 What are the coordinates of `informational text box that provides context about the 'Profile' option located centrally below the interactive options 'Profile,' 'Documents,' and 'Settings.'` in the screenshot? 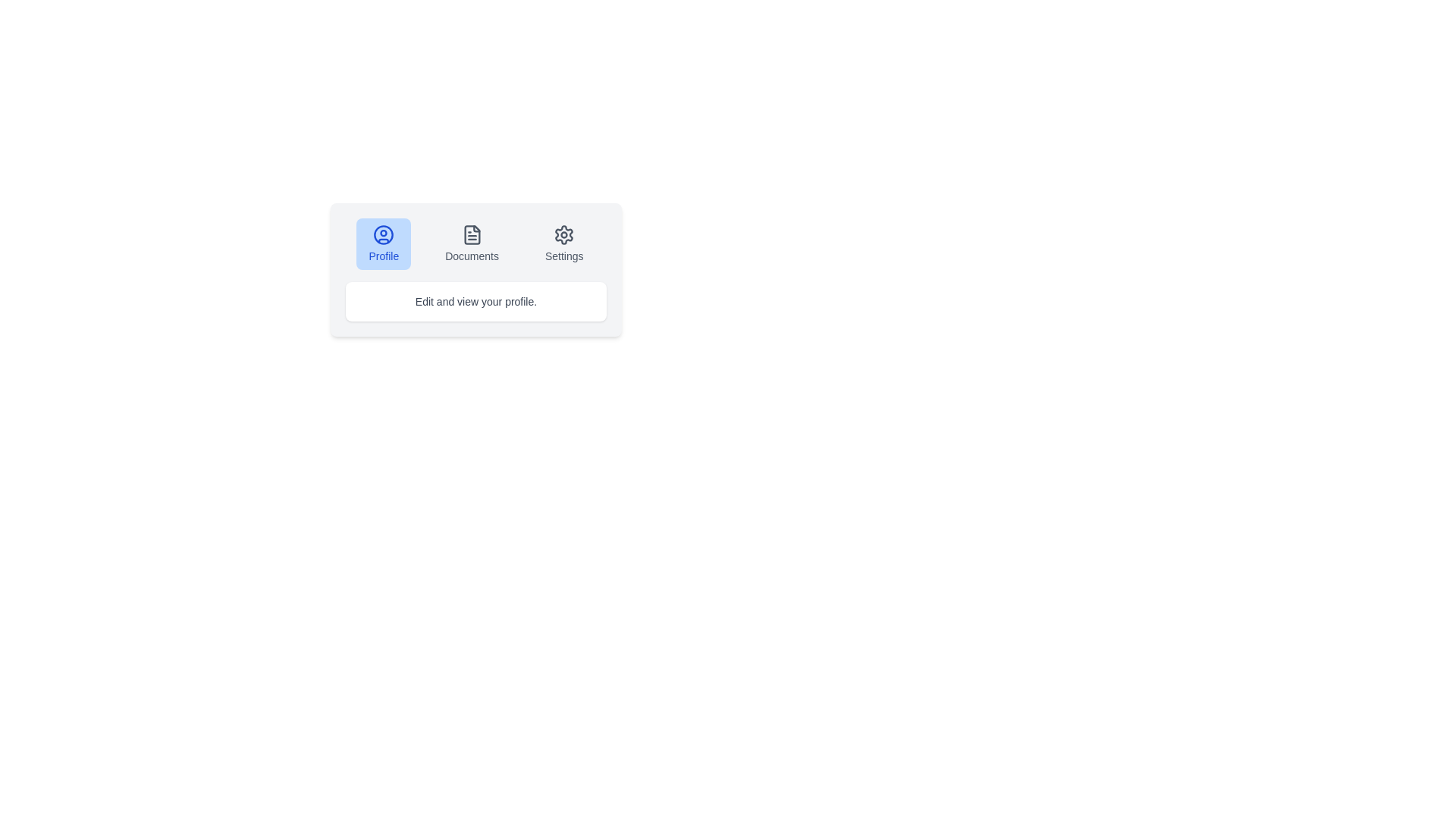 It's located at (475, 301).